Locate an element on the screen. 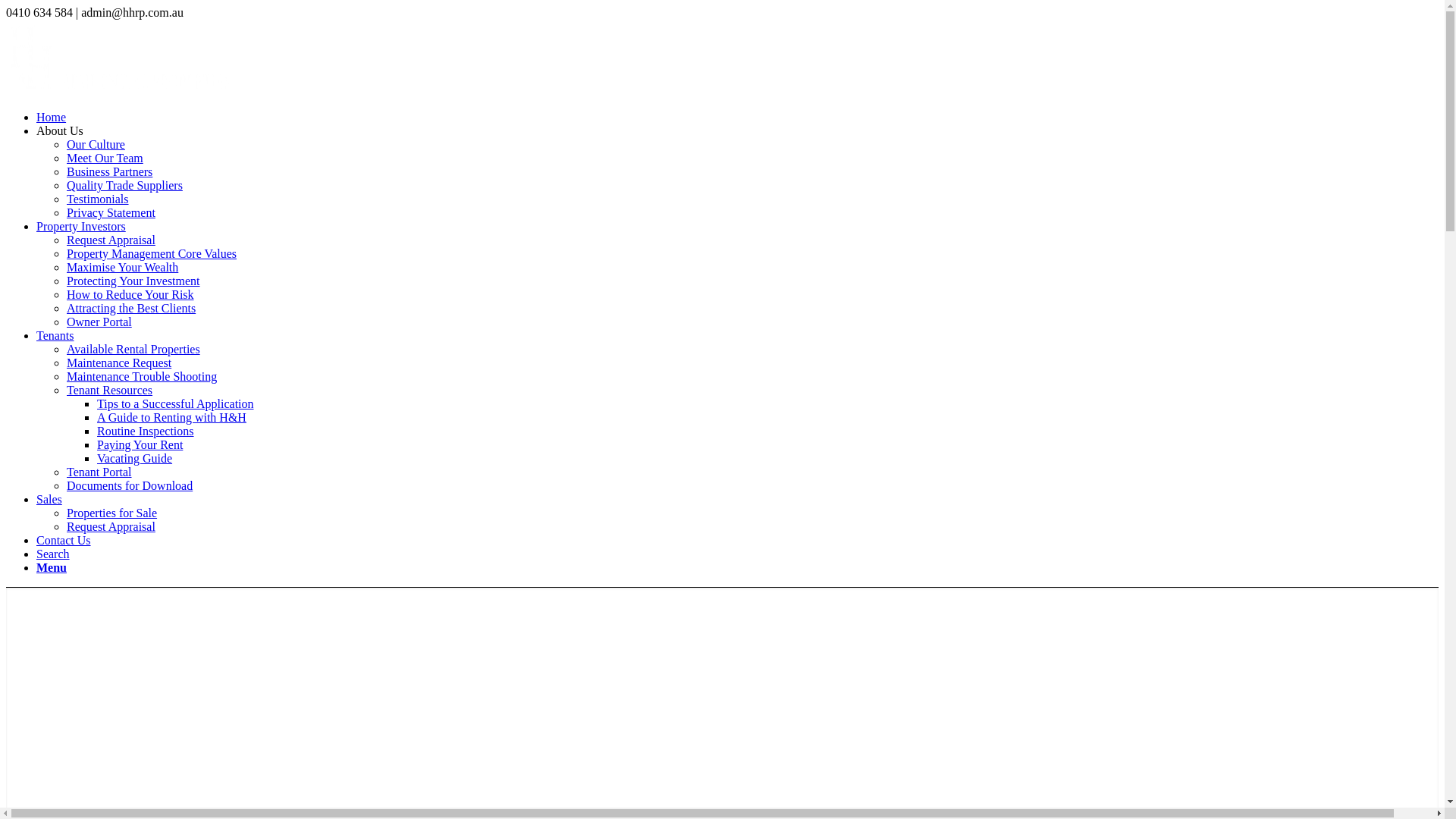  'A Guide to Renting with H&H' is located at coordinates (171, 417).